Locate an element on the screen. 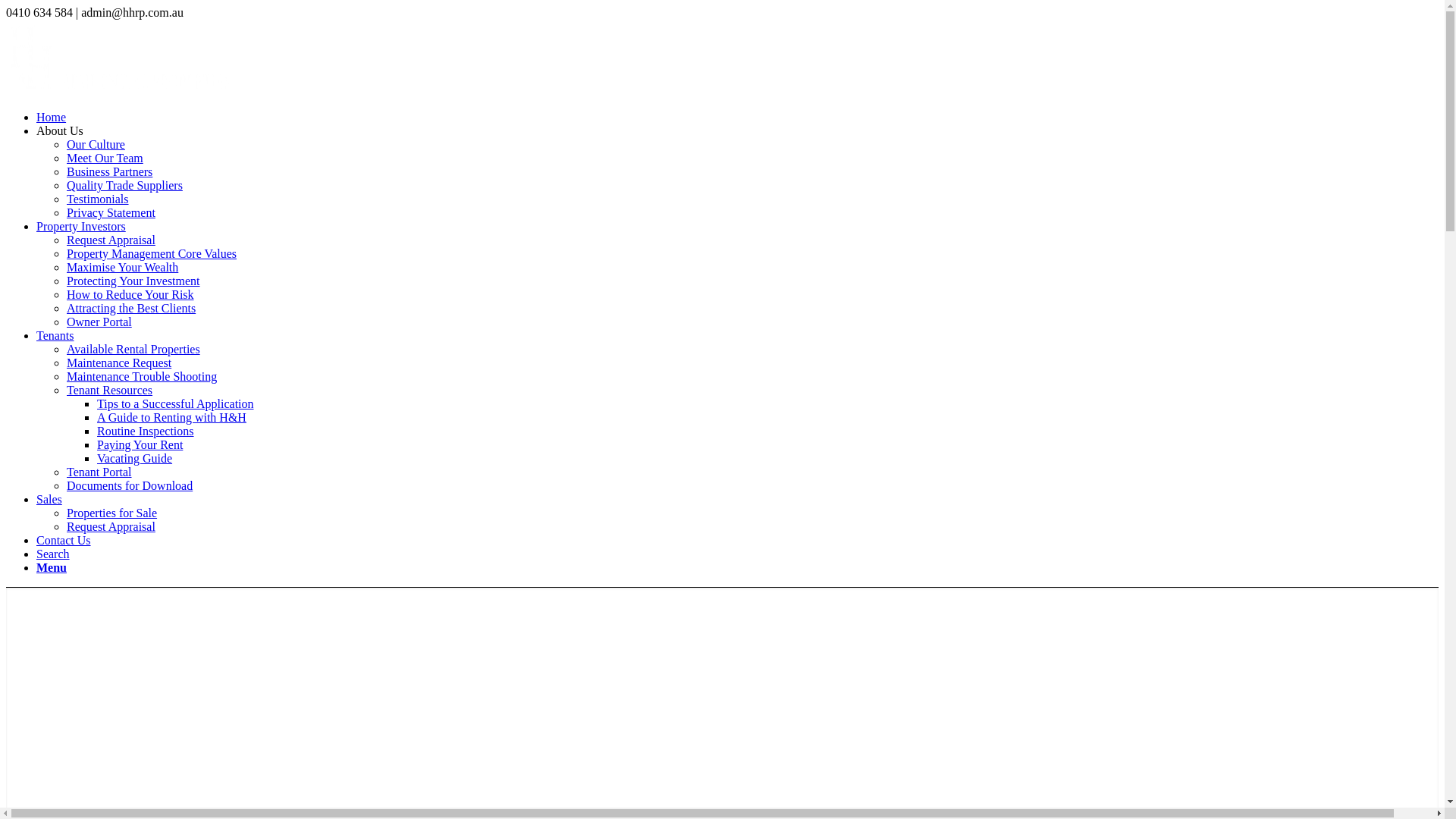  'A Guide to Renting with H&H' is located at coordinates (171, 417).